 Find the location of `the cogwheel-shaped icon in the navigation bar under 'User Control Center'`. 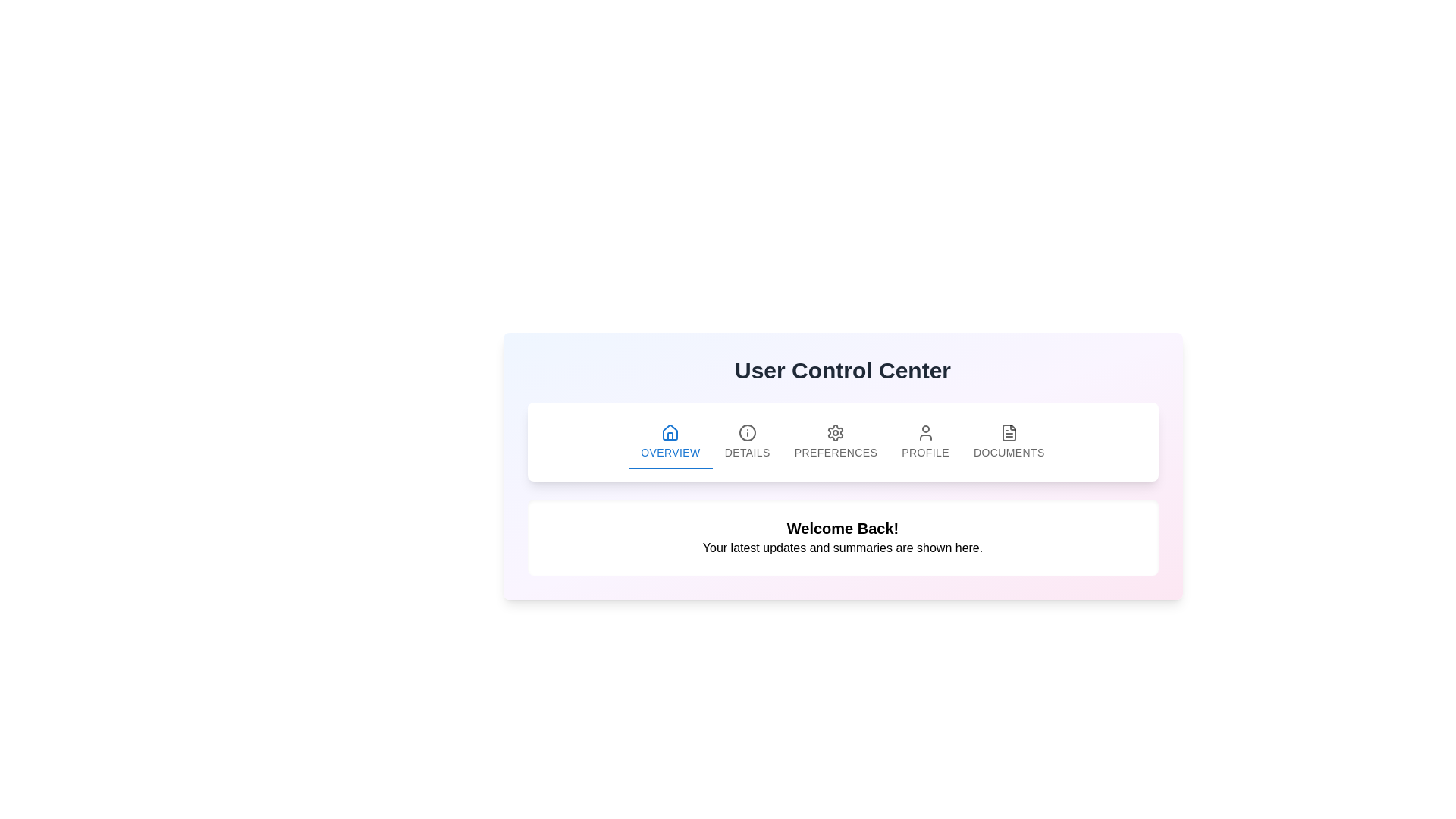

the cogwheel-shaped icon in the navigation bar under 'User Control Center' is located at coordinates (835, 433).